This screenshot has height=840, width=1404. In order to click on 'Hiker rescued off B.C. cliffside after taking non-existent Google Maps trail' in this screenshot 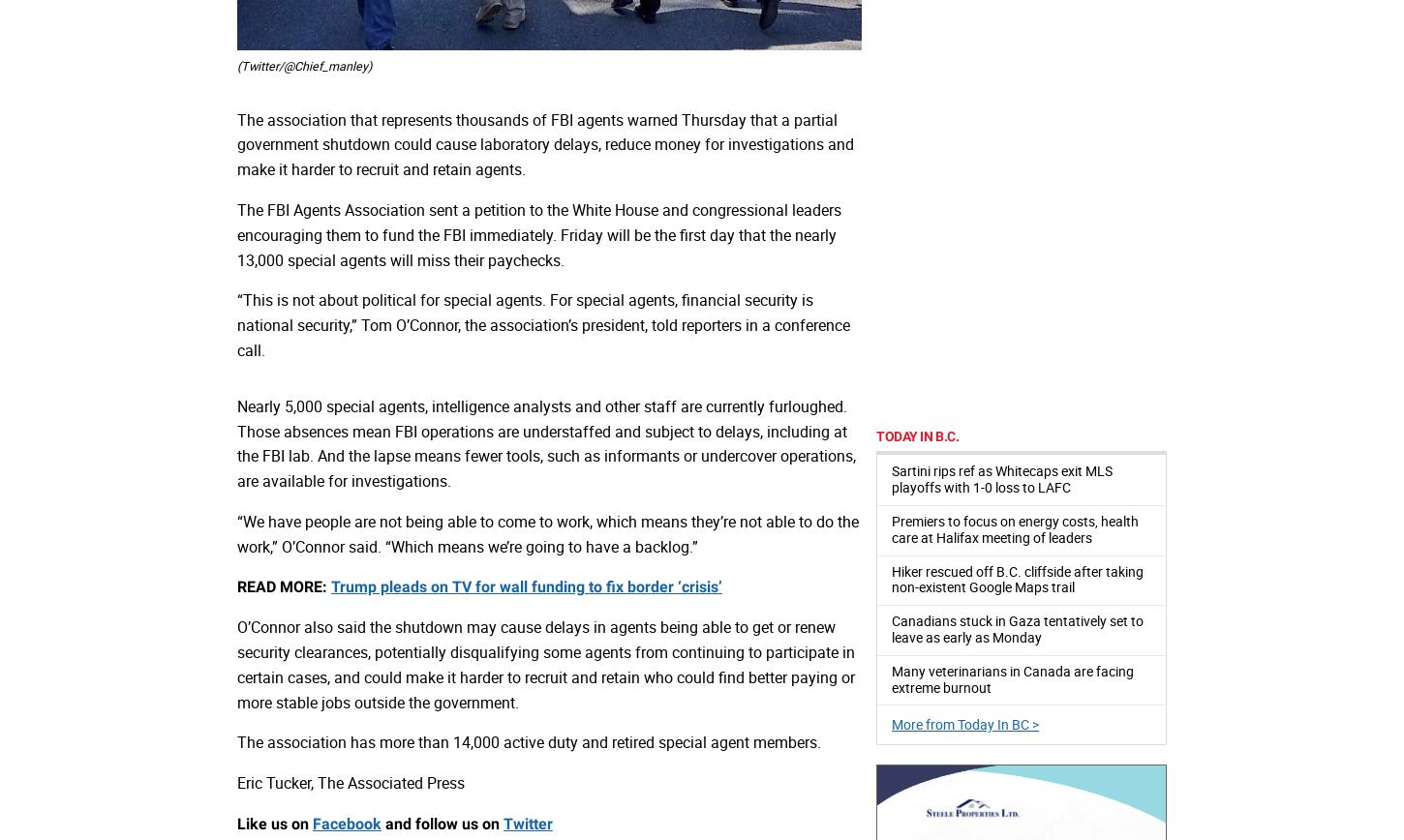, I will do `click(1017, 578)`.